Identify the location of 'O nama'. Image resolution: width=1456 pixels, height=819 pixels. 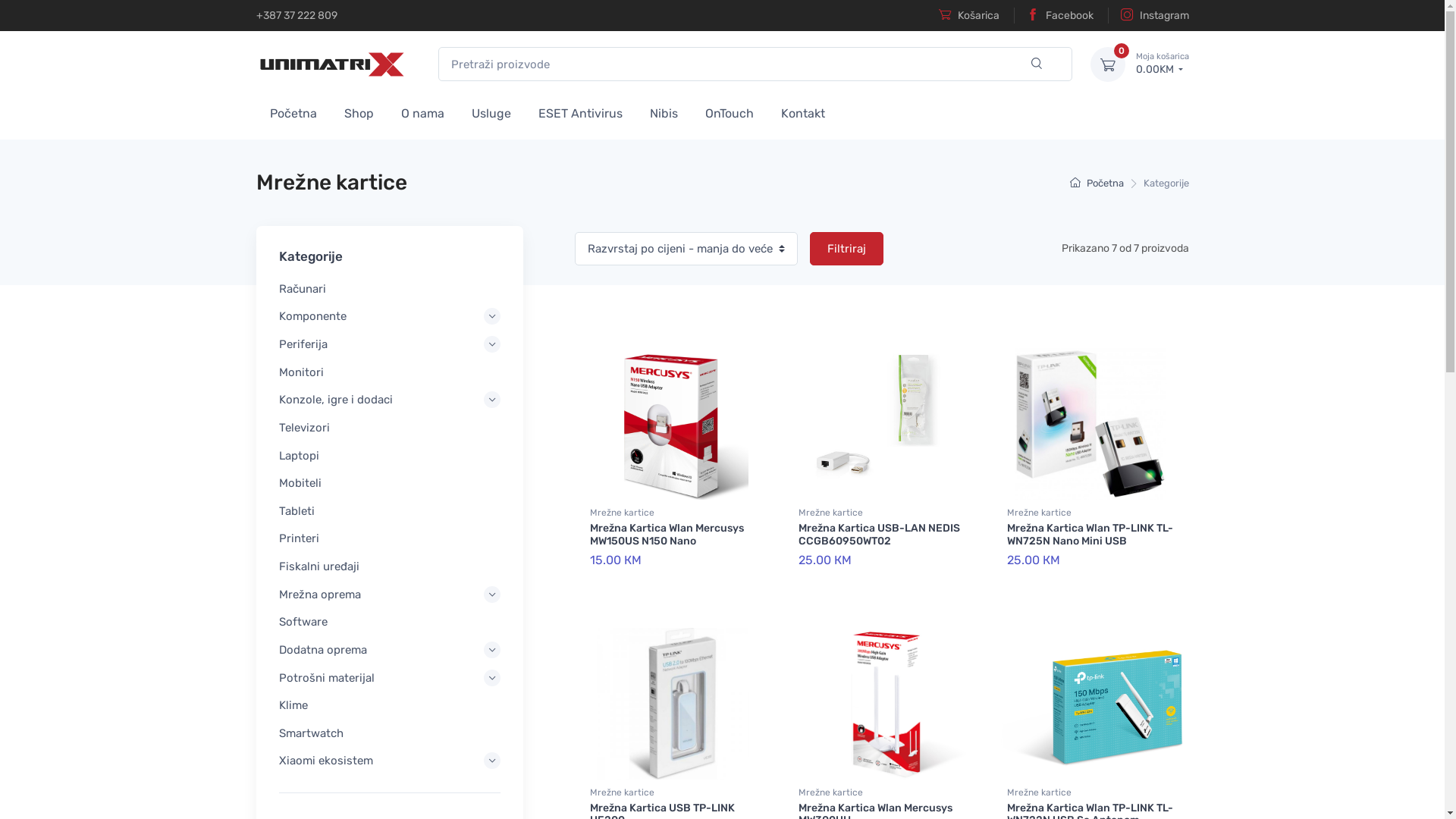
(422, 111).